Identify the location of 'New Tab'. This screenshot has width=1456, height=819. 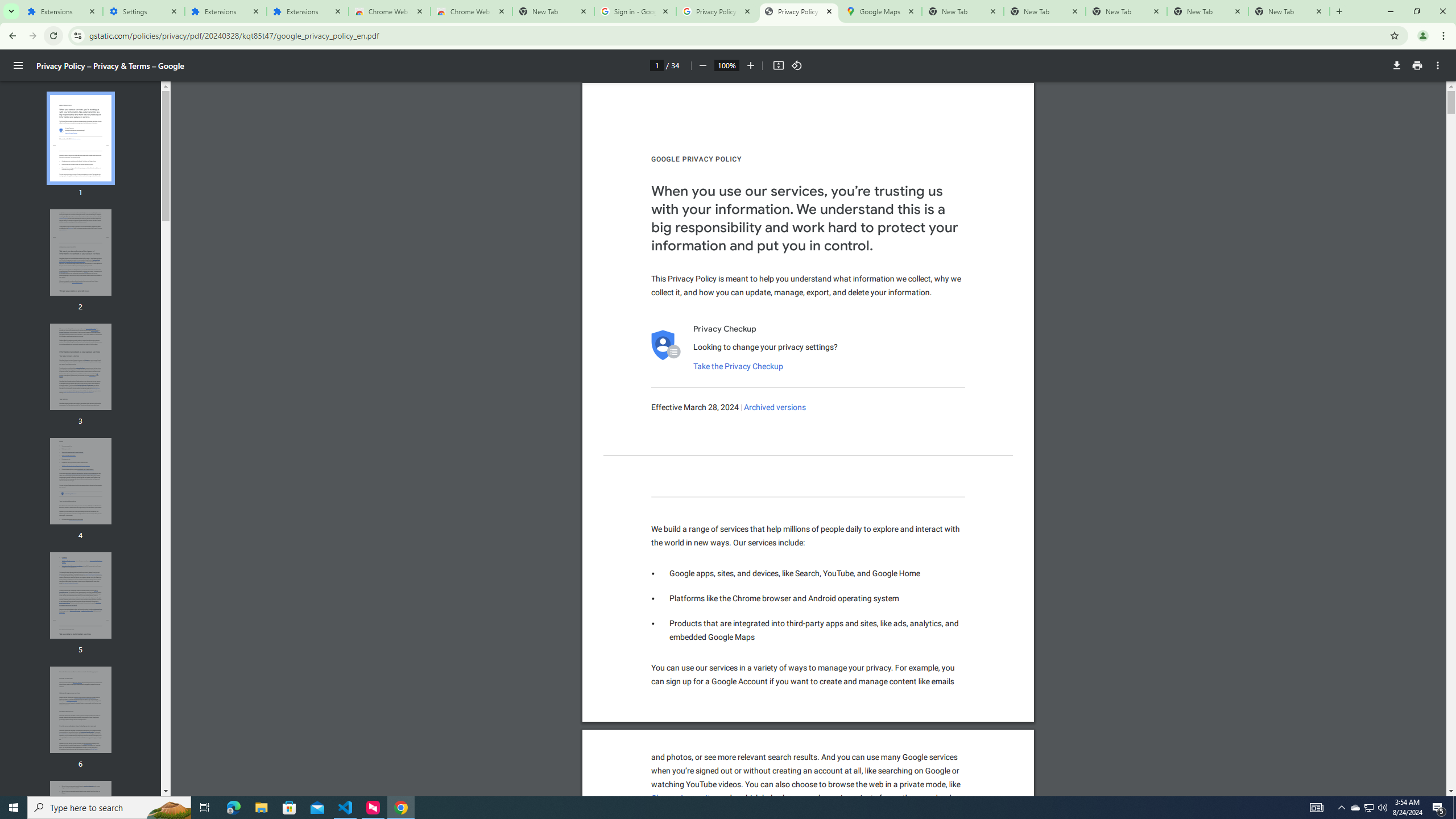
(1289, 11).